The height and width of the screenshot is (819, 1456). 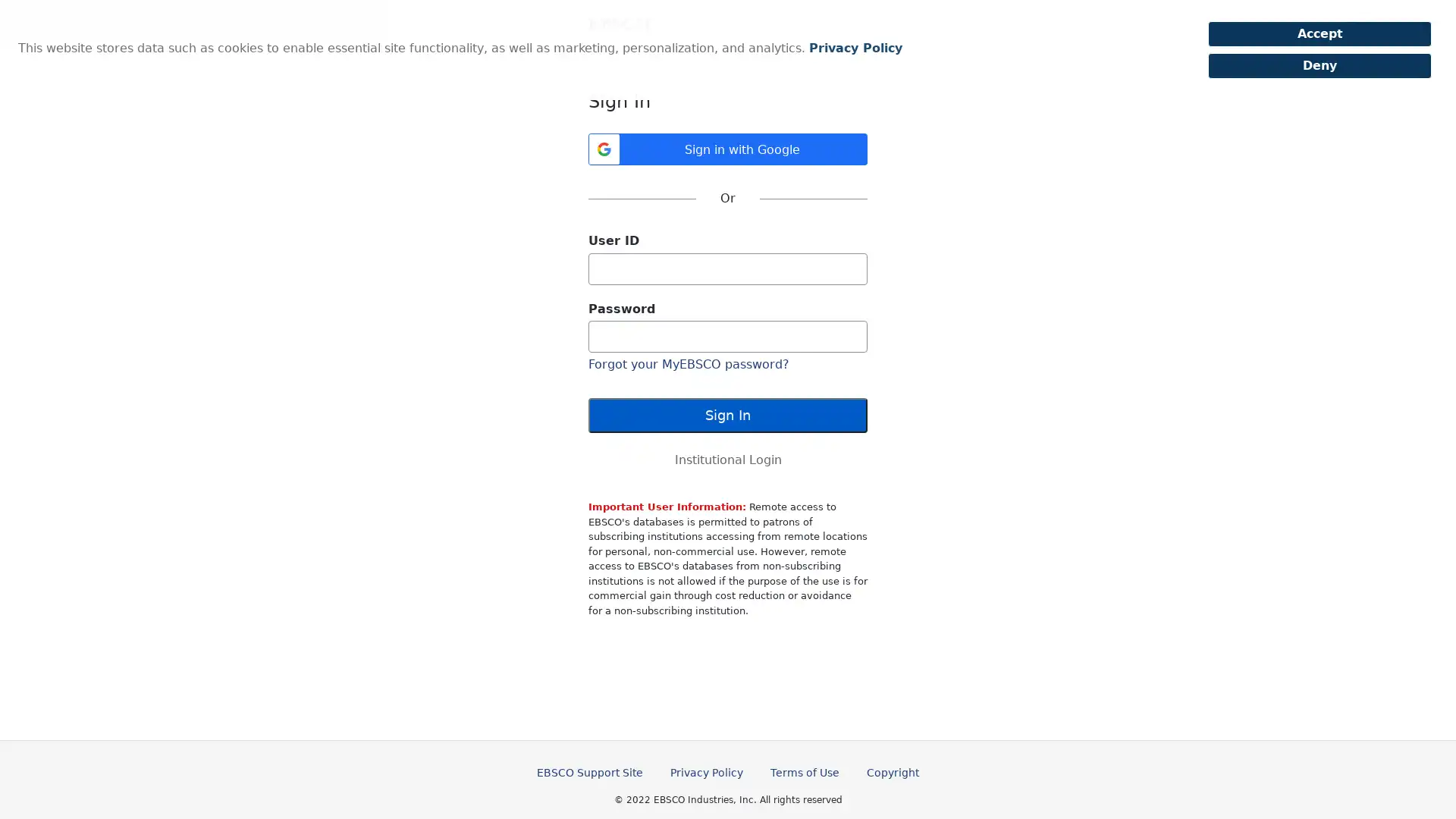 What do you see at coordinates (1319, 34) in the screenshot?
I see `Accept` at bounding box center [1319, 34].